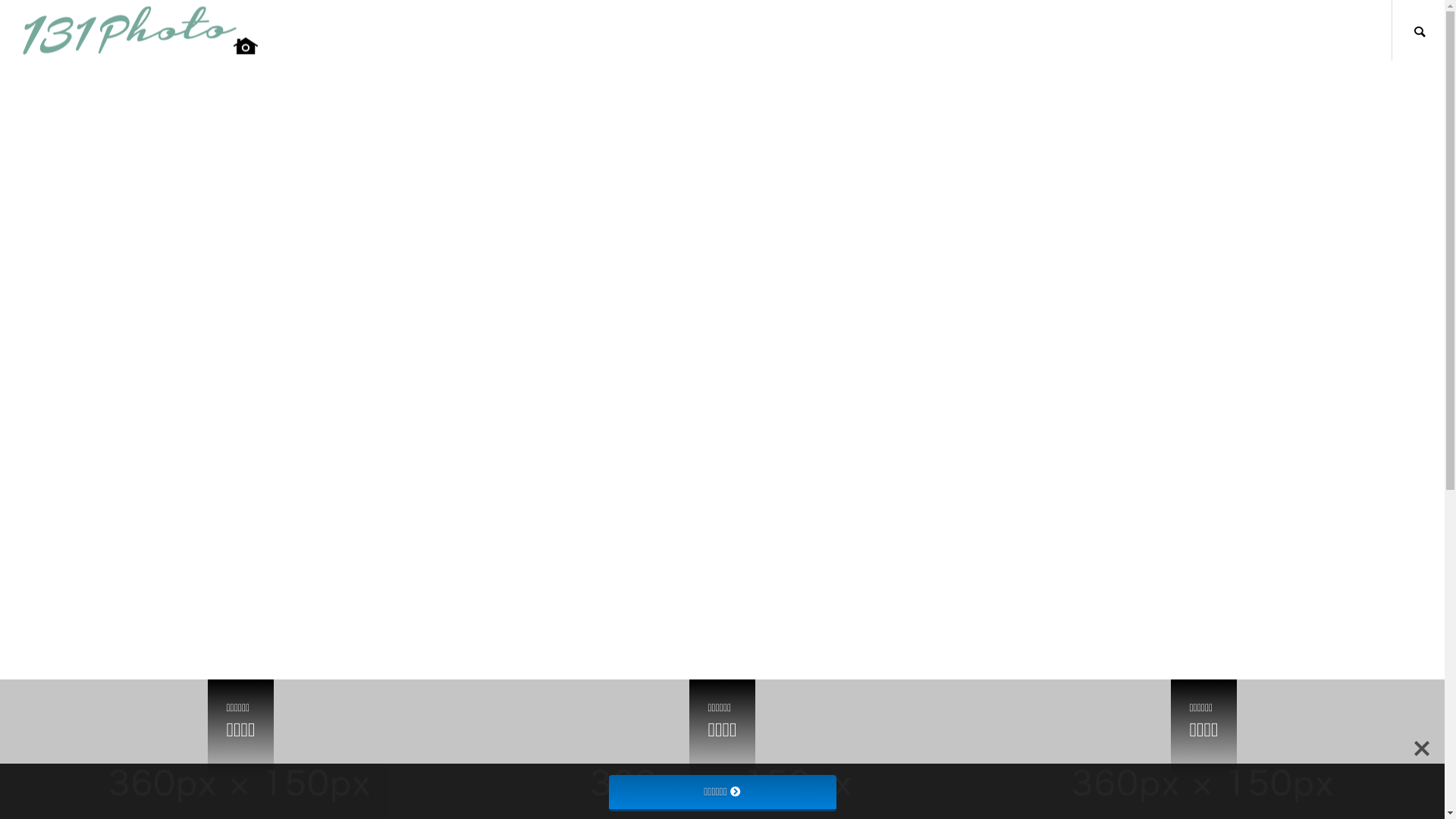 The image size is (1456, 819). I want to click on '131 Photo', so click(140, 30).